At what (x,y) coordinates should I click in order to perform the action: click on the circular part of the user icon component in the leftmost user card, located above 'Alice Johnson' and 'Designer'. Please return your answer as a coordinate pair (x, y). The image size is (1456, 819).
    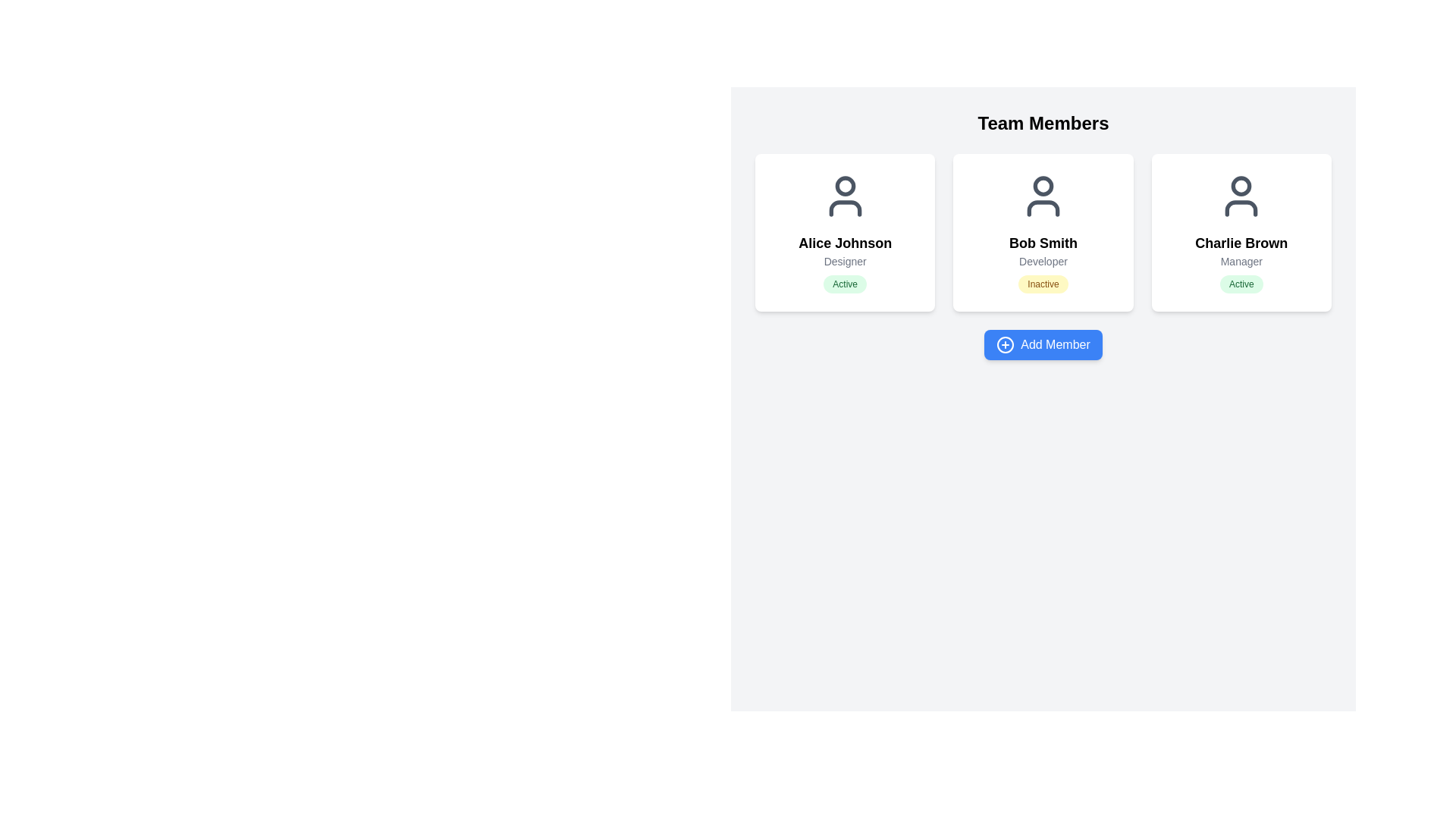
    Looking at the image, I should click on (844, 185).